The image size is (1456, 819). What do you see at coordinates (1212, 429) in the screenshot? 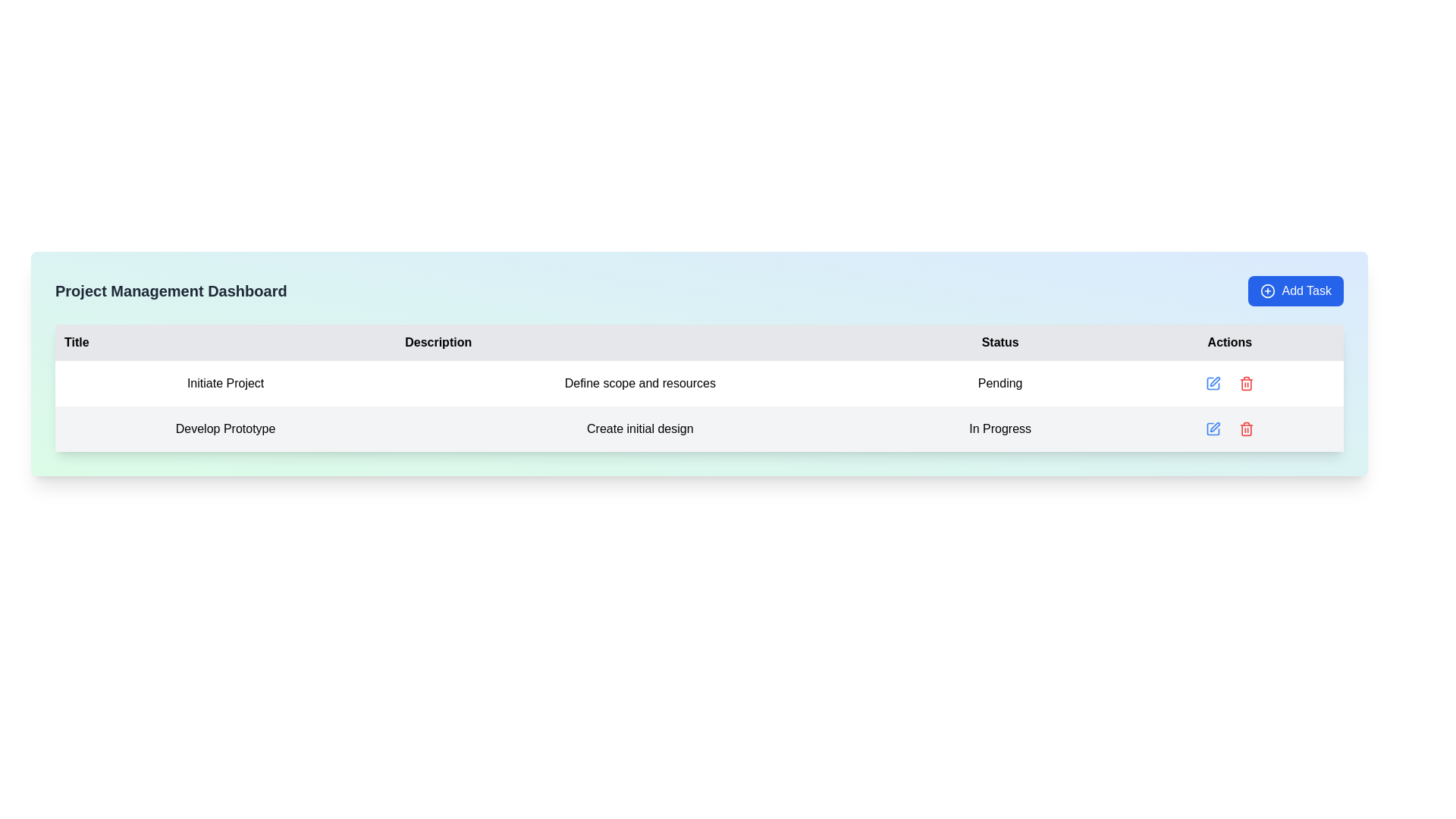
I see `the blue pen icon button located in the 'Actions' column of the second row ('Develop Prototype') in the table` at bounding box center [1212, 429].